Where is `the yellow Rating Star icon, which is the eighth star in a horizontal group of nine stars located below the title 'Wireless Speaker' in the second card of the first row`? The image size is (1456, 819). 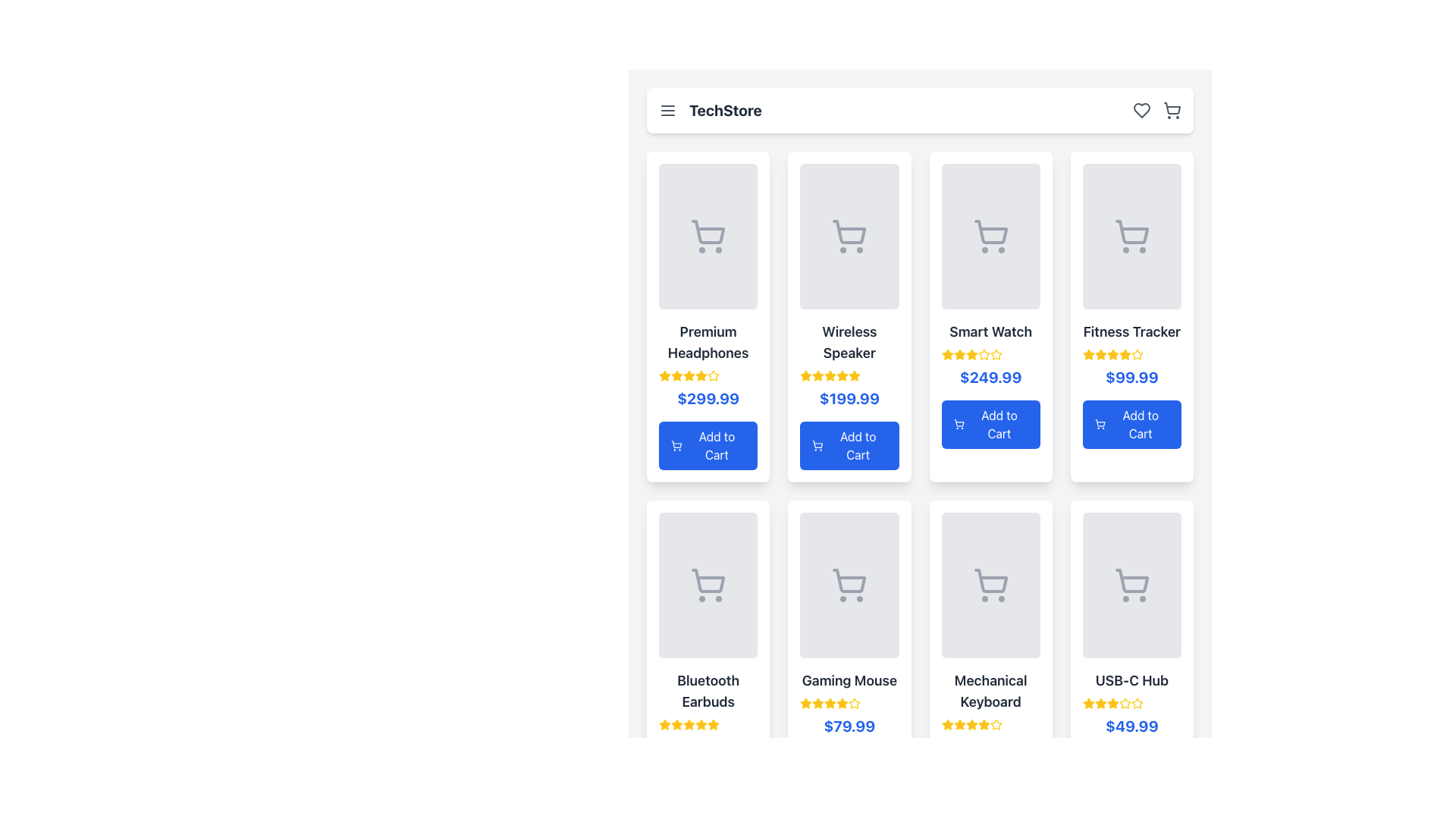
the yellow Rating Star icon, which is the eighth star in a horizontal group of nine stars located below the title 'Wireless Speaker' in the second card of the first row is located at coordinates (855, 375).